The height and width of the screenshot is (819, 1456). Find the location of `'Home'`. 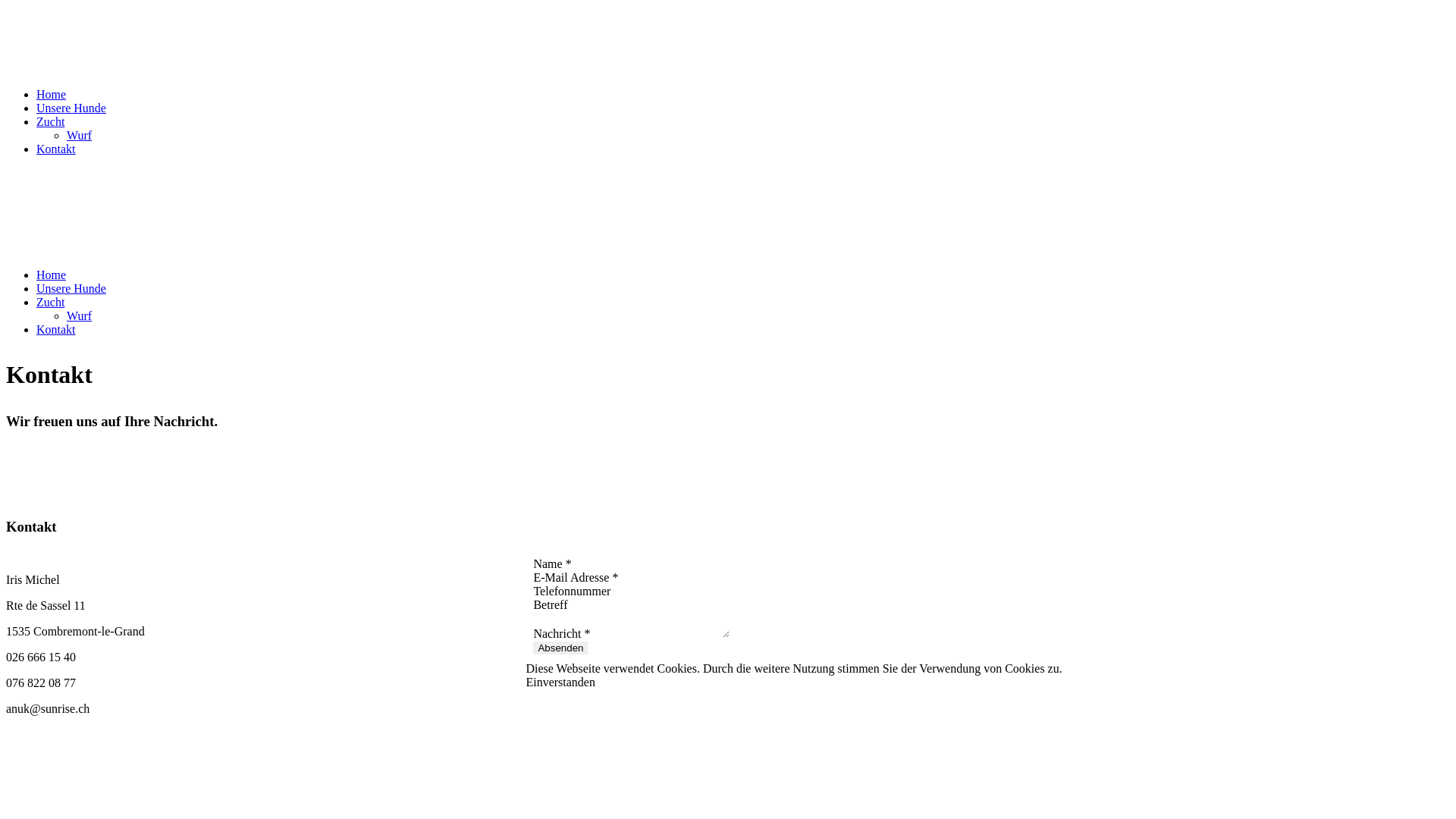

'Home' is located at coordinates (51, 275).